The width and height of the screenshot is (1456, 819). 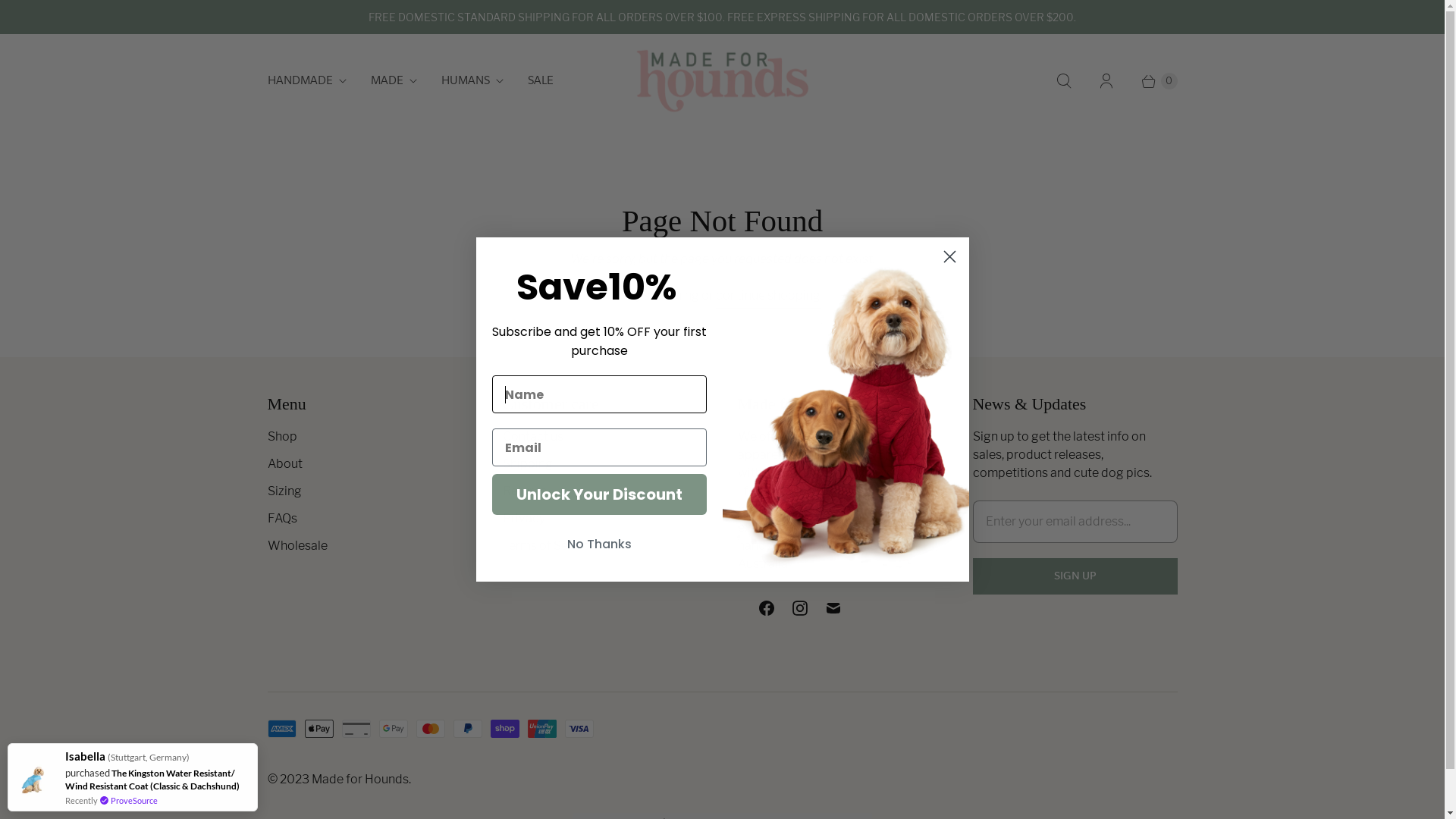 What do you see at coordinates (284, 491) in the screenshot?
I see `'Sizing'` at bounding box center [284, 491].